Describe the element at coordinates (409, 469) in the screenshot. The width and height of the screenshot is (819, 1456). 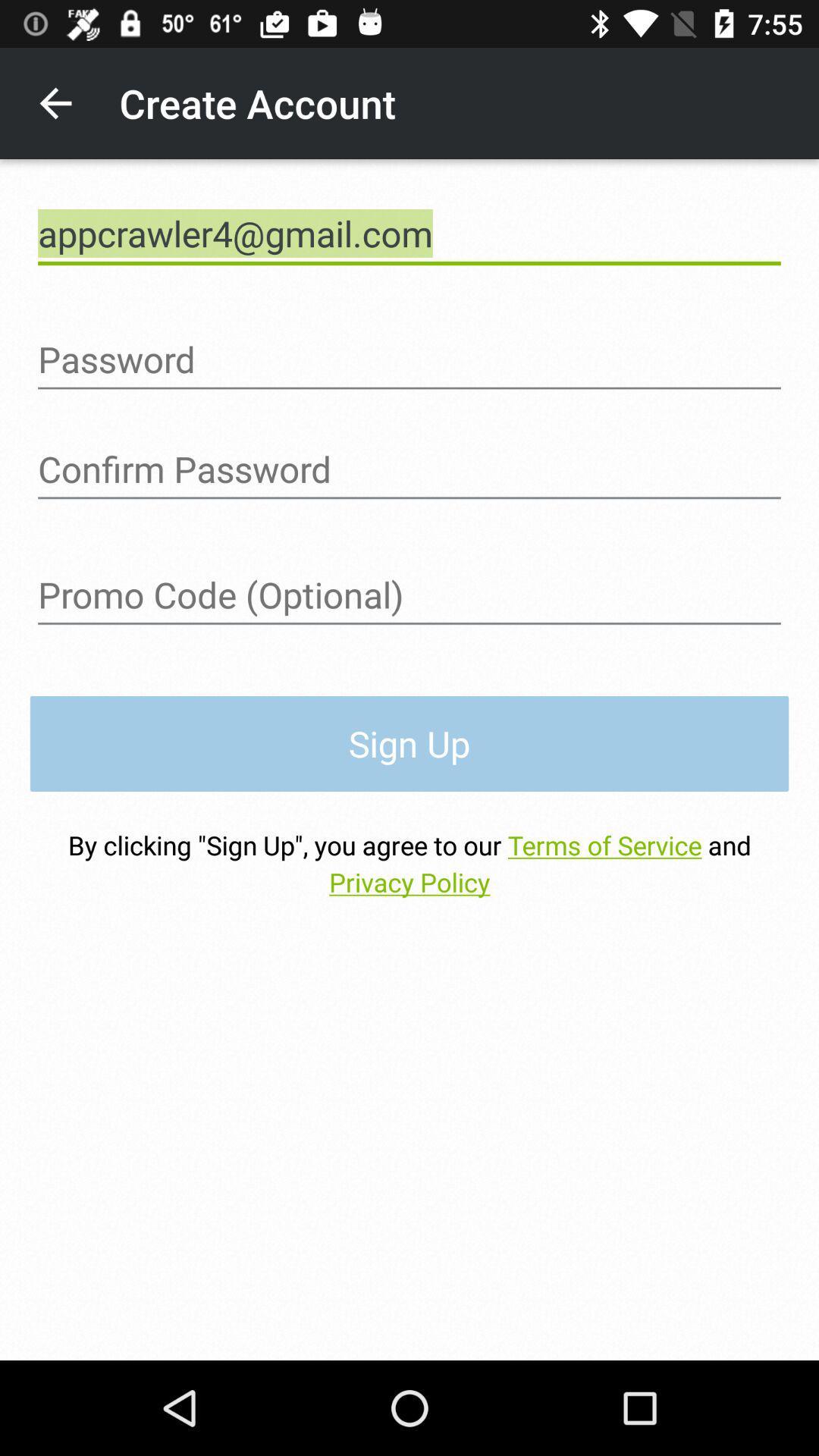
I see `password confirmation` at that location.